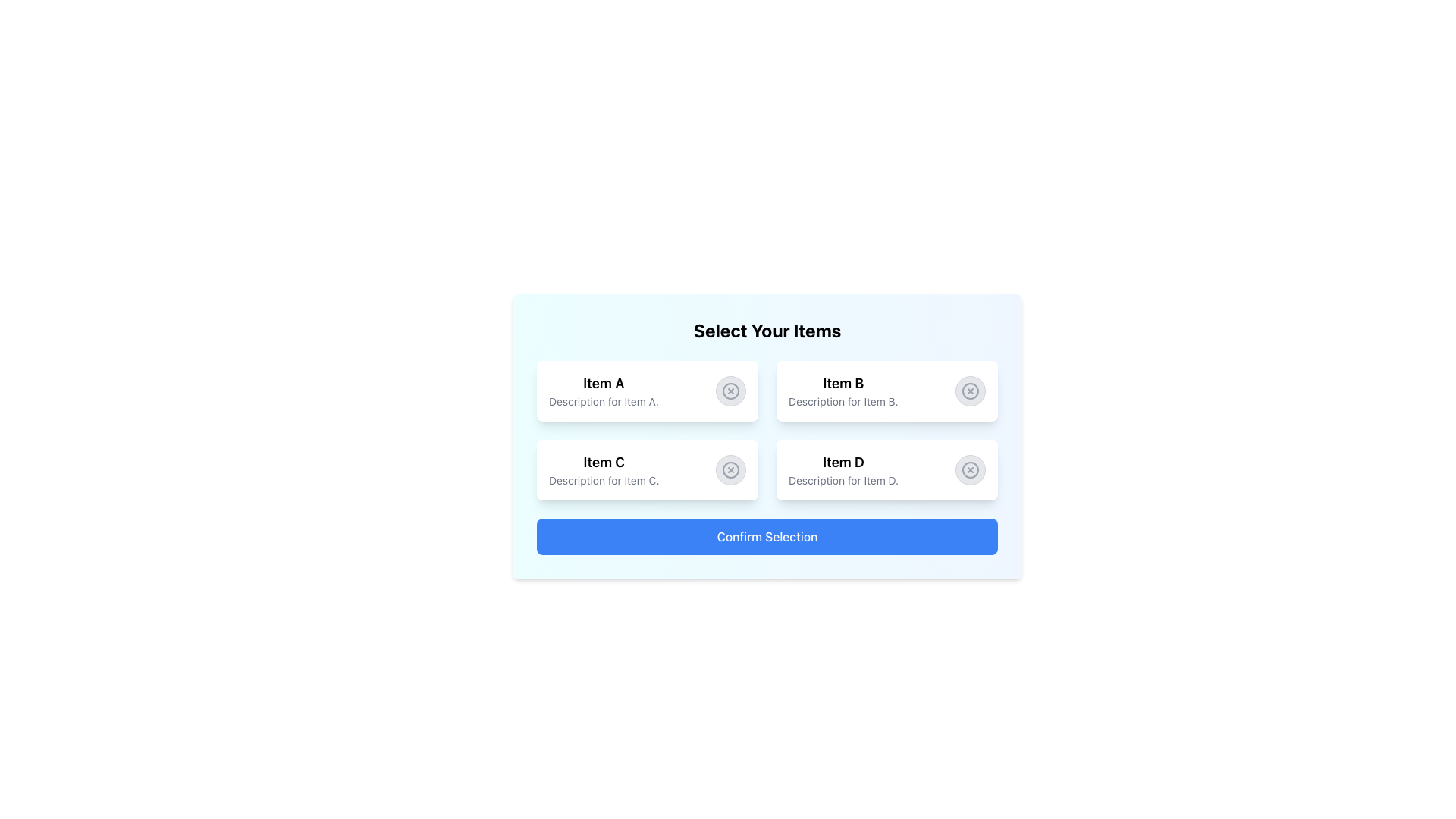 This screenshot has width=1456, height=819. I want to click on the text heading that reads 'Select Your Items', which is bold and centered at the top of the item selection card, so click(767, 329).